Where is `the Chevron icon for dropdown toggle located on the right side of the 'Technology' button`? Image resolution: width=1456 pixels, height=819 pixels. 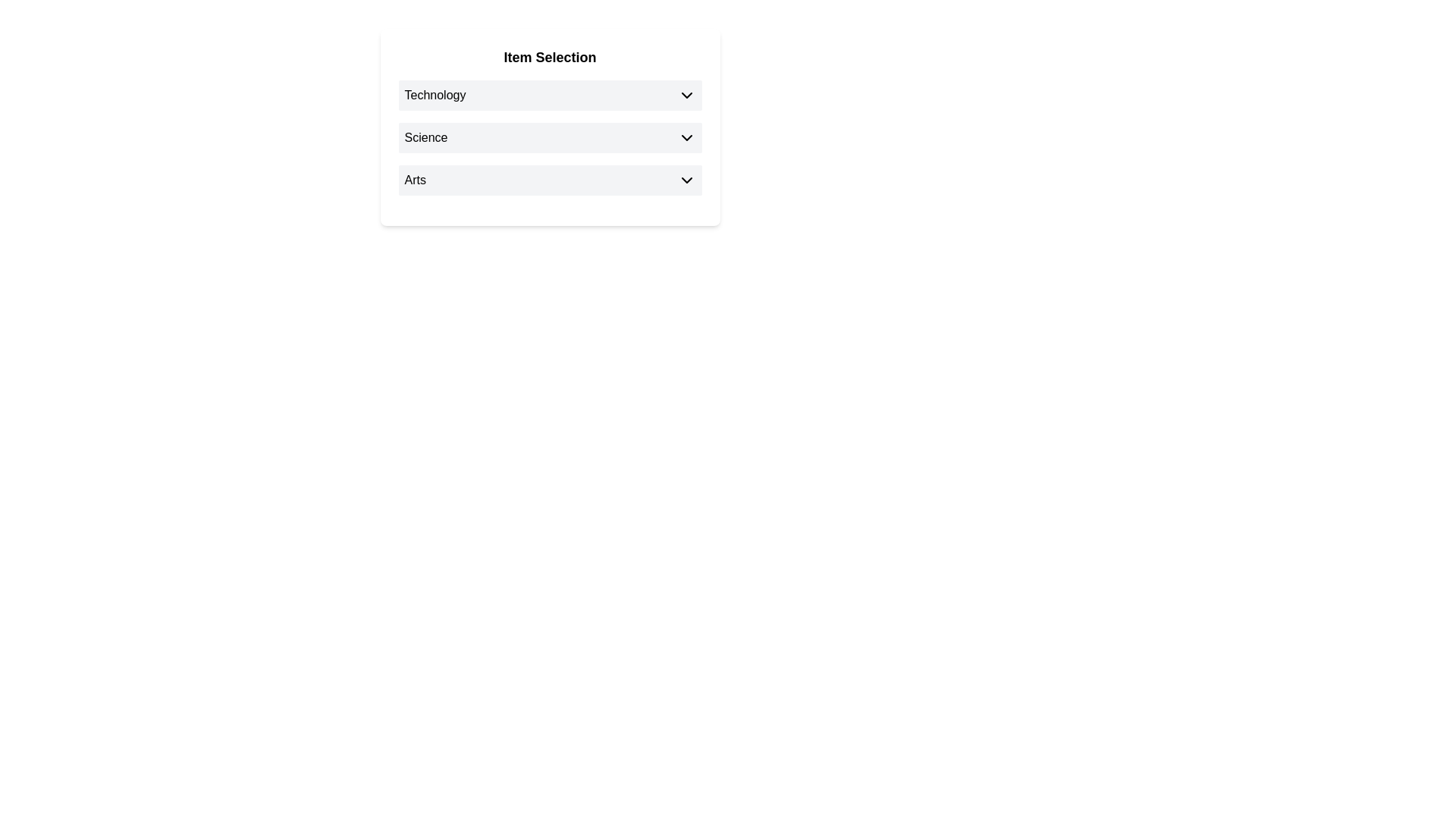 the Chevron icon for dropdown toggle located on the right side of the 'Technology' button is located at coordinates (686, 96).